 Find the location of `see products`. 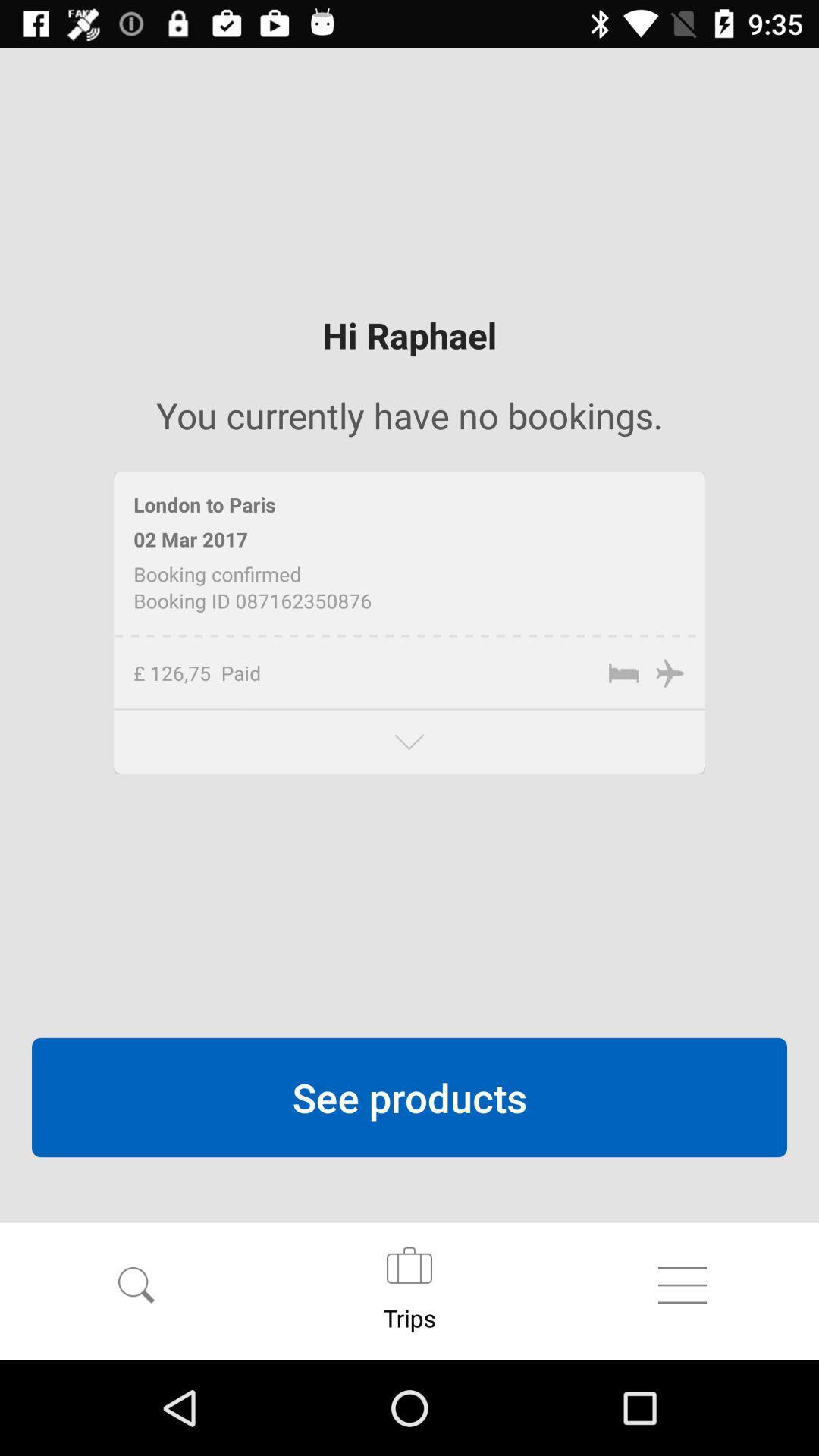

see products is located at coordinates (409, 1097).